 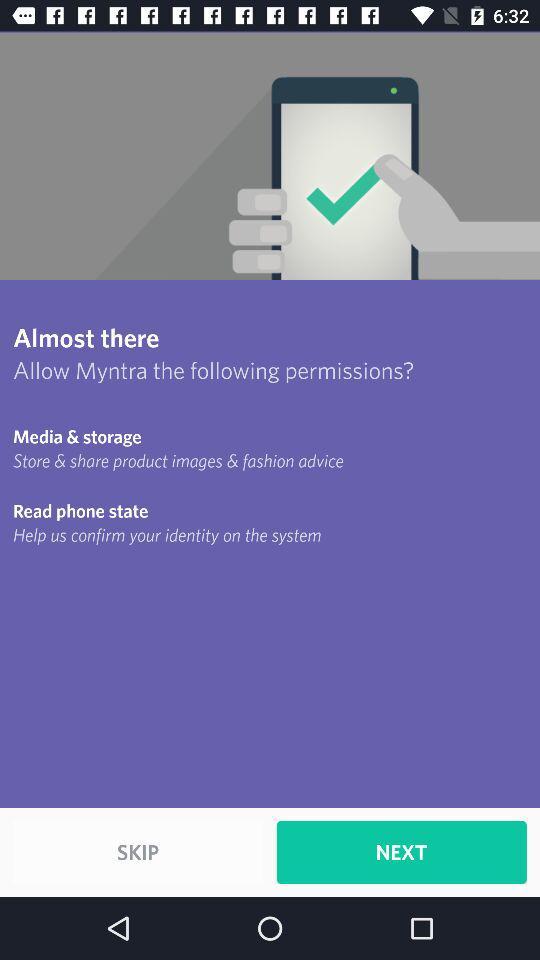 What do you see at coordinates (401, 851) in the screenshot?
I see `the next icon` at bounding box center [401, 851].